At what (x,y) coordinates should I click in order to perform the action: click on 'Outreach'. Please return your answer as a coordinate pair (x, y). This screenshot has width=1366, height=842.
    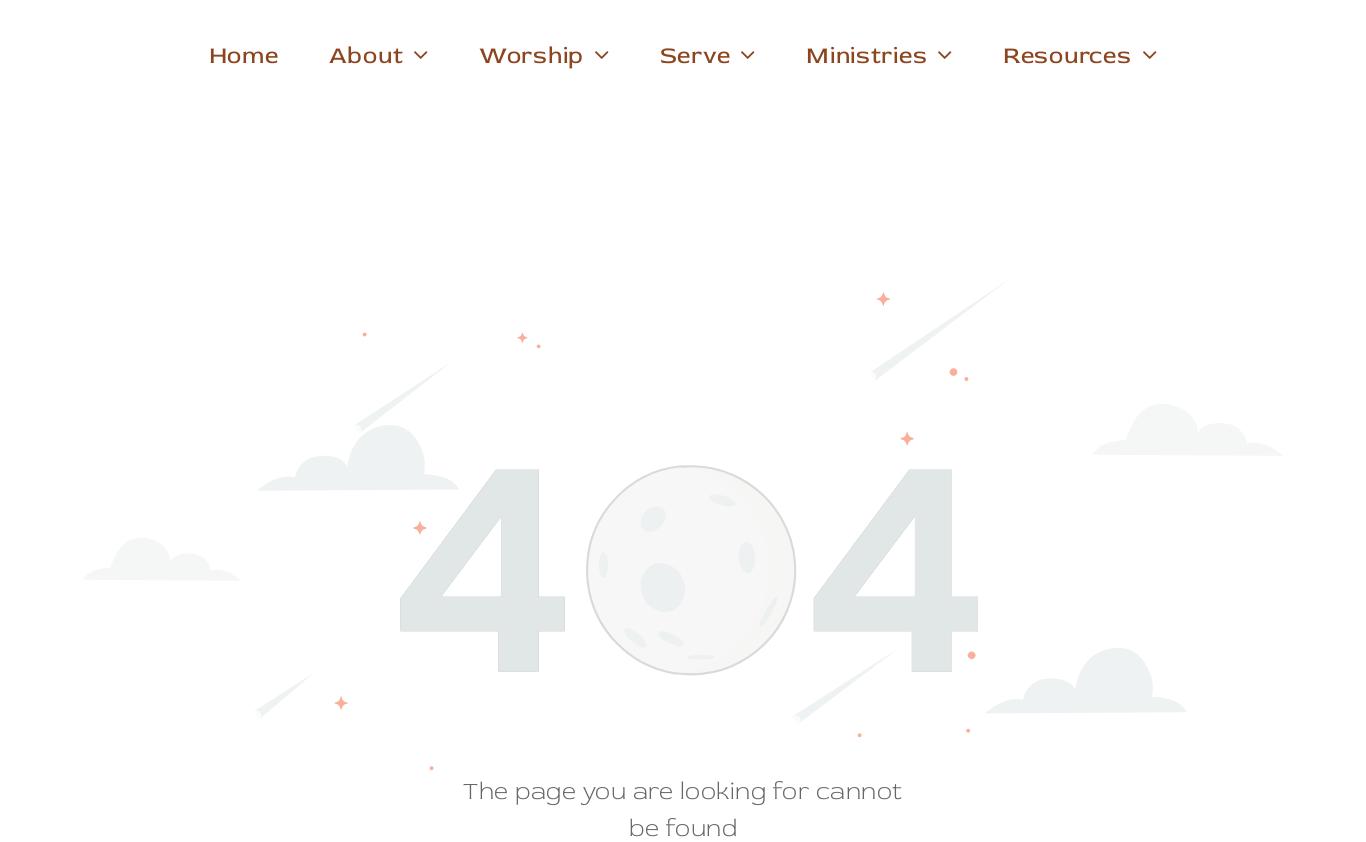
    Looking at the image, I should click on (859, 192).